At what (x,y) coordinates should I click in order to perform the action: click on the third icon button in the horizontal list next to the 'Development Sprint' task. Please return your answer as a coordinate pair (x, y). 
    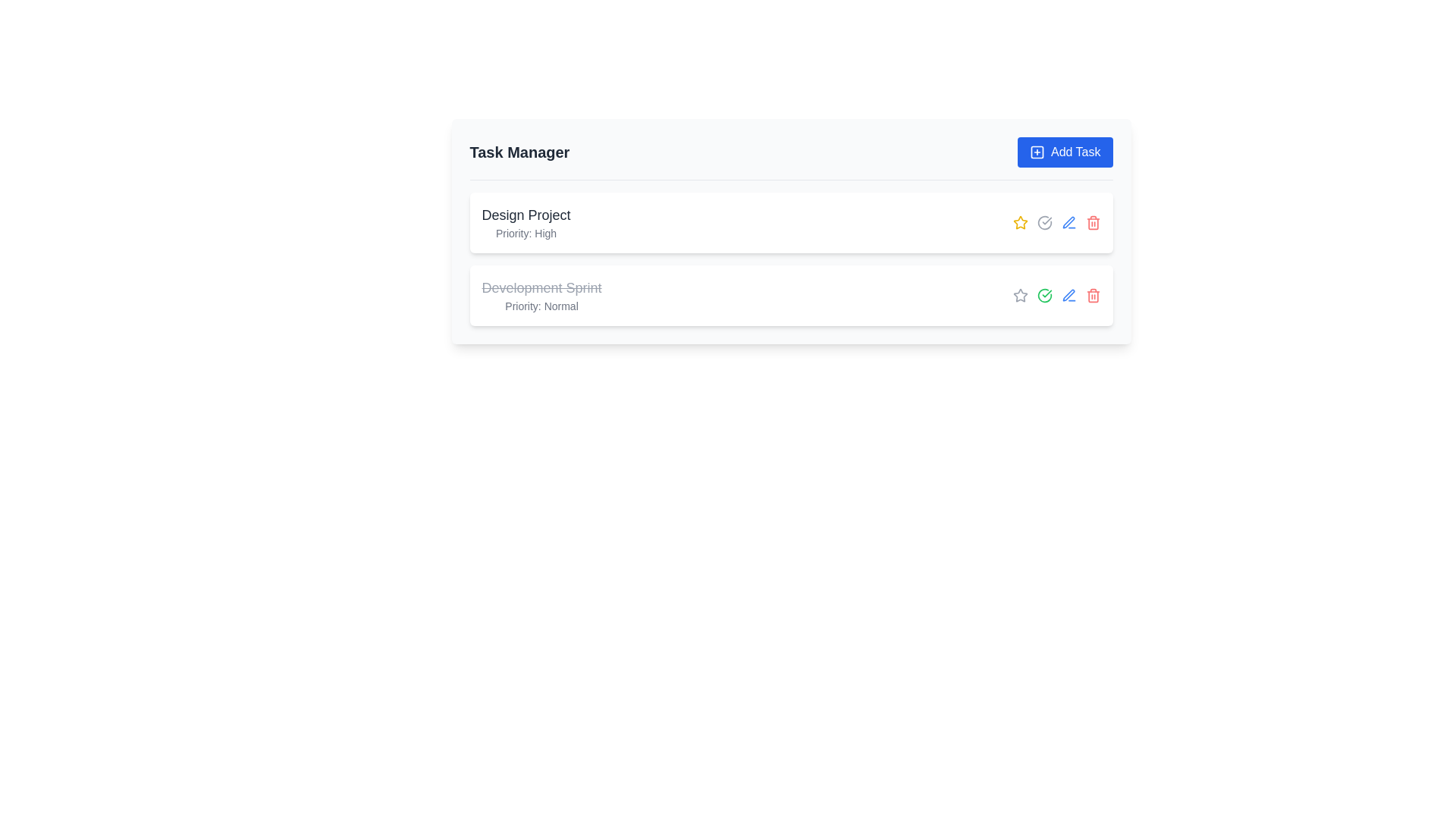
    Looking at the image, I should click on (1043, 295).